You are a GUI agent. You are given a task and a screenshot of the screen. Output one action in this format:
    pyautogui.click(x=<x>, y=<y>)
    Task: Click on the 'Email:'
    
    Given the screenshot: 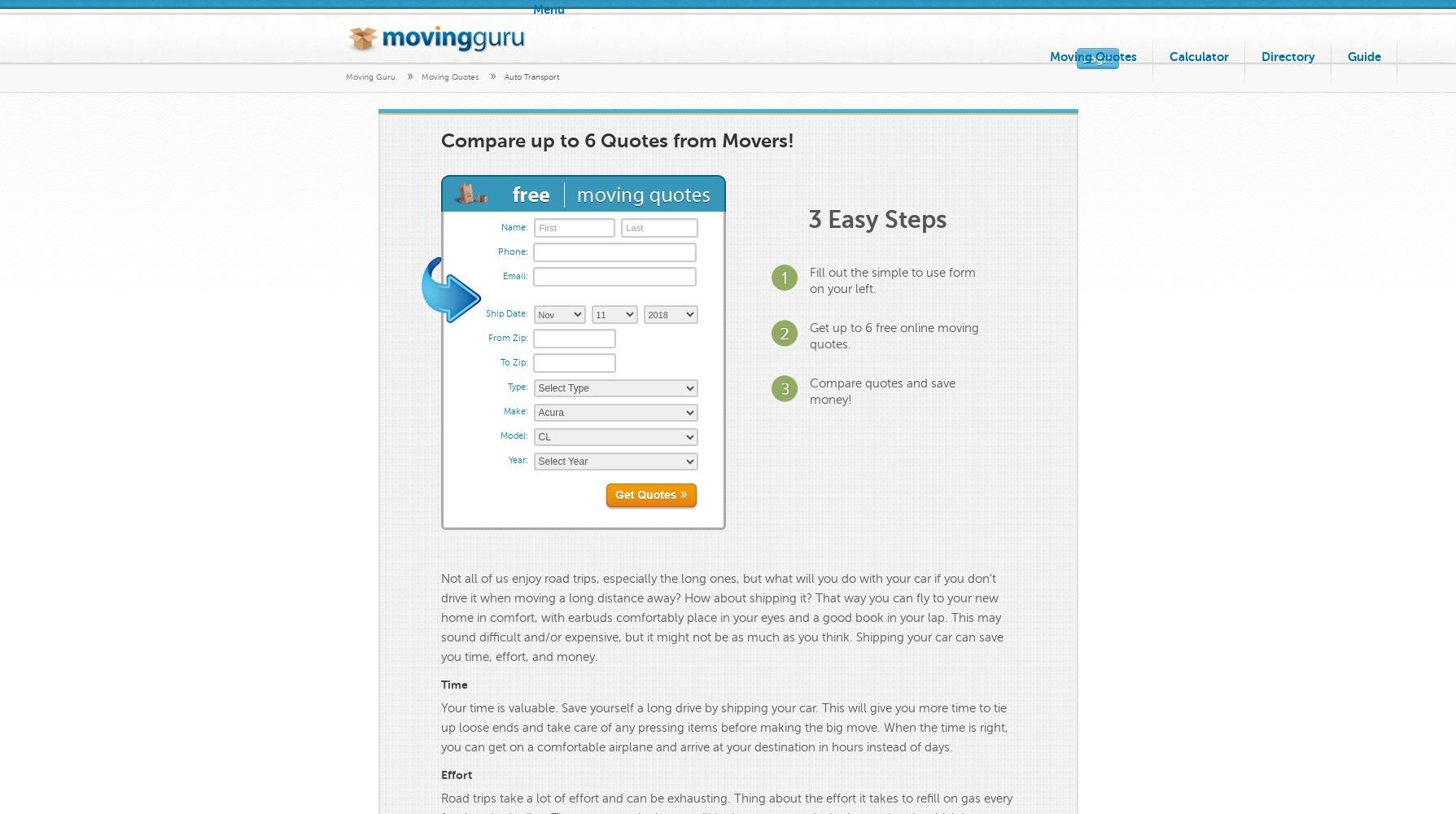 What is the action you would take?
    pyautogui.click(x=514, y=275)
    